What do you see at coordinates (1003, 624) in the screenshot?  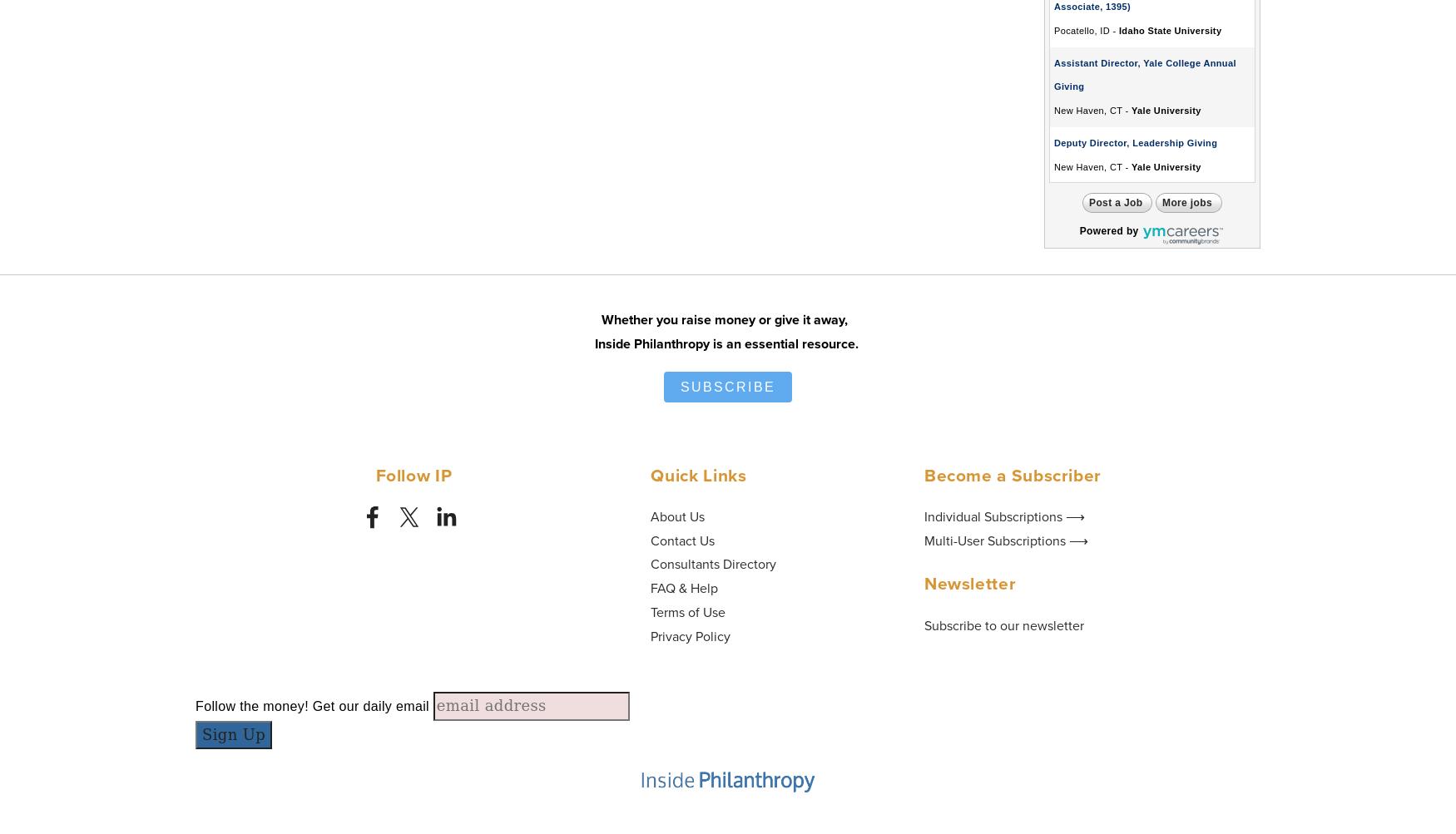 I see `'Subscribe to our newsletter'` at bounding box center [1003, 624].